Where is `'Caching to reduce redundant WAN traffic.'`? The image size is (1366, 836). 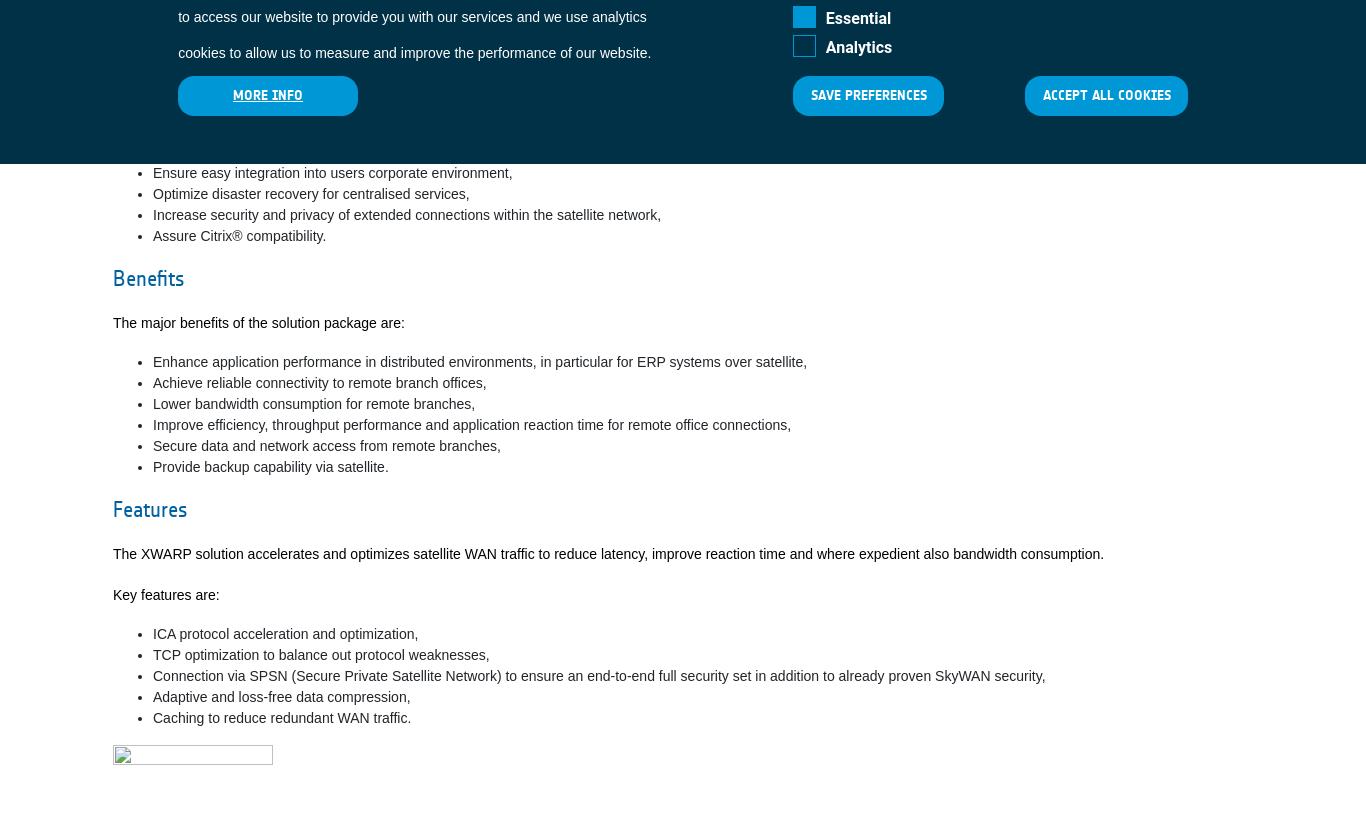 'Caching to reduce redundant WAN traffic.' is located at coordinates (281, 718).